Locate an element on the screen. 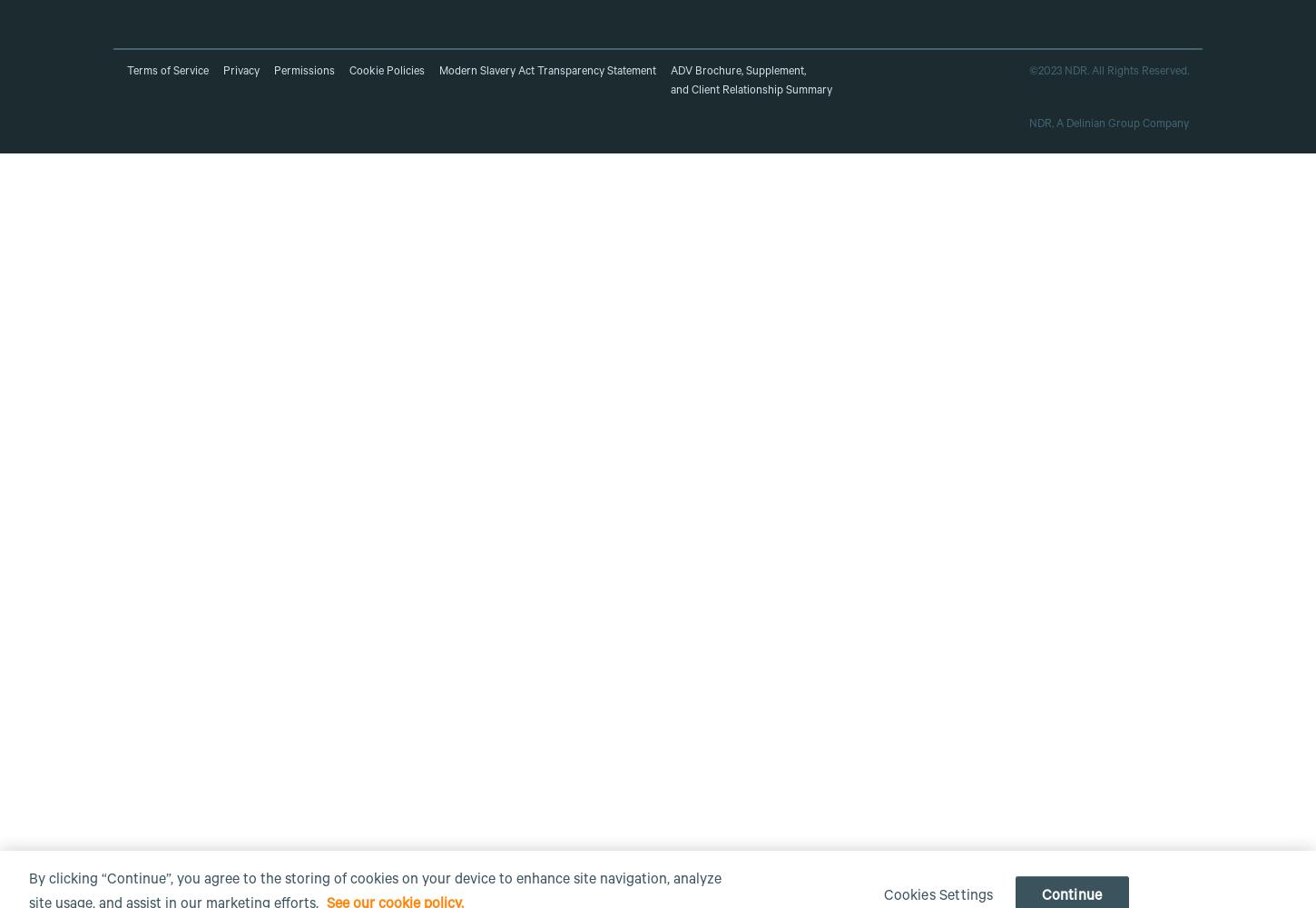 The image size is (1316, 908). 'Terms of Service' is located at coordinates (167, 71).